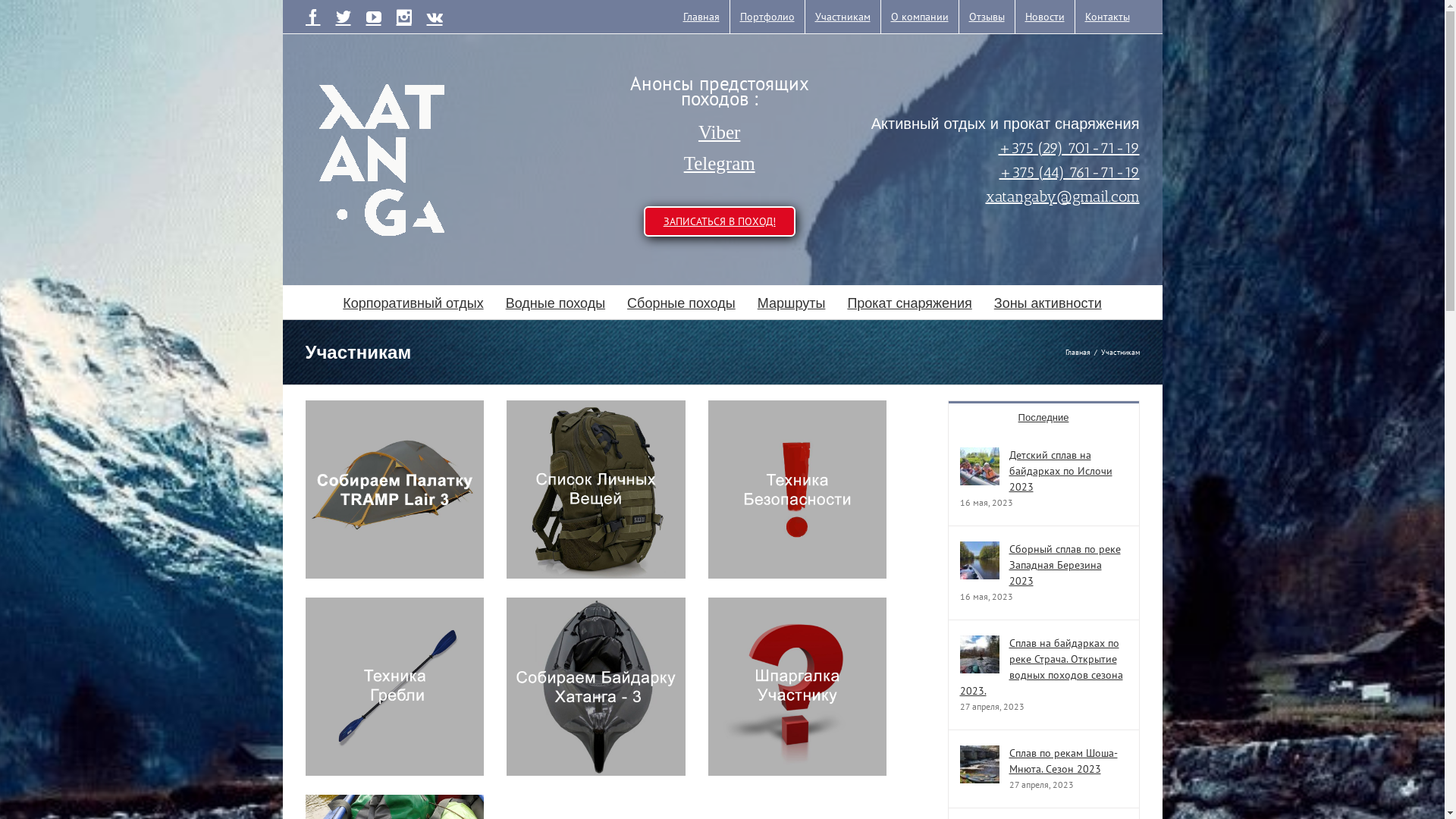  I want to click on '+375 (44) 761-71-19', so click(1068, 171).